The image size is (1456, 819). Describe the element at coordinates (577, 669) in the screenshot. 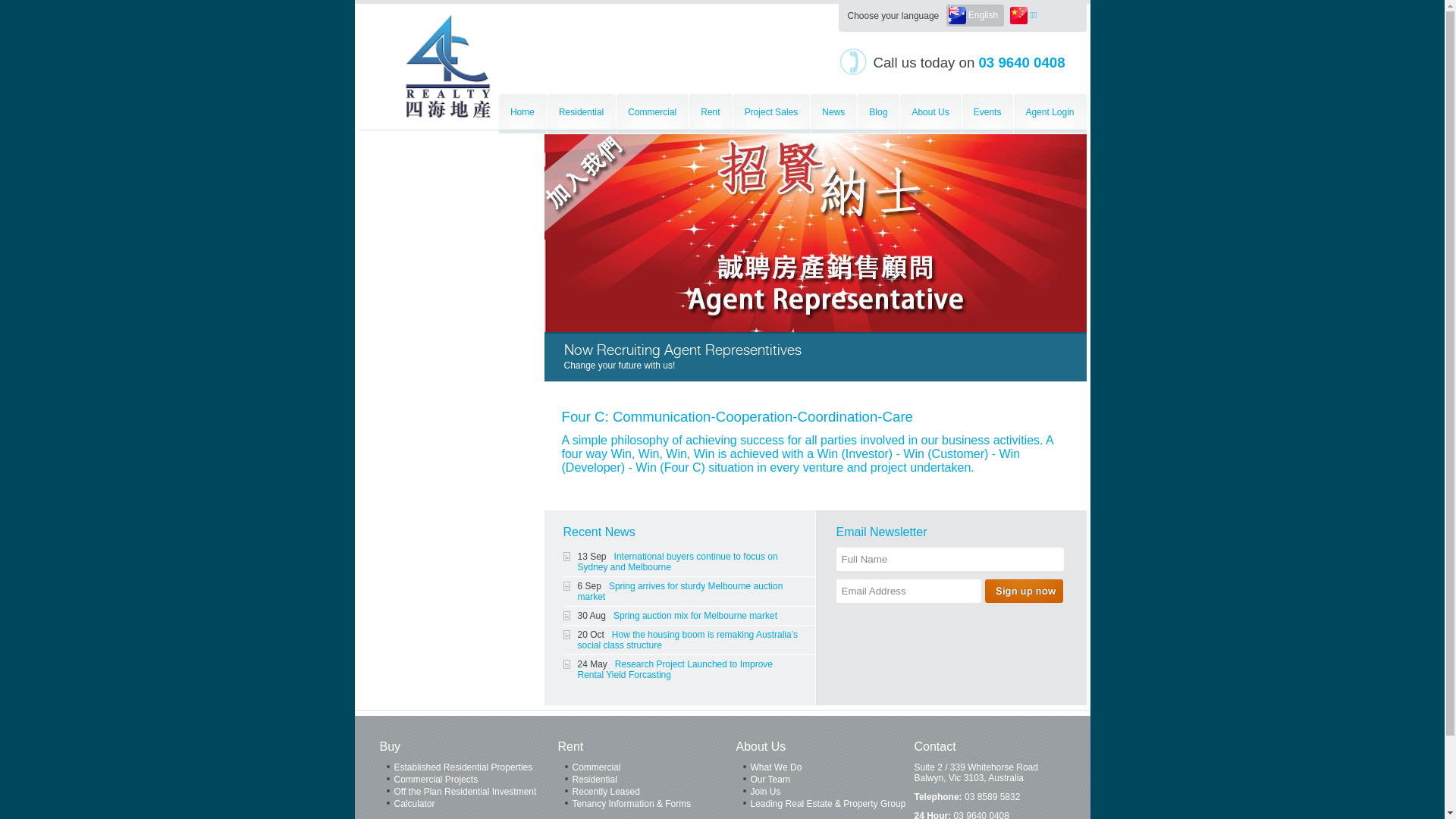

I see `'Research Project Launched to Improve Rental Yield Forcasting'` at that location.